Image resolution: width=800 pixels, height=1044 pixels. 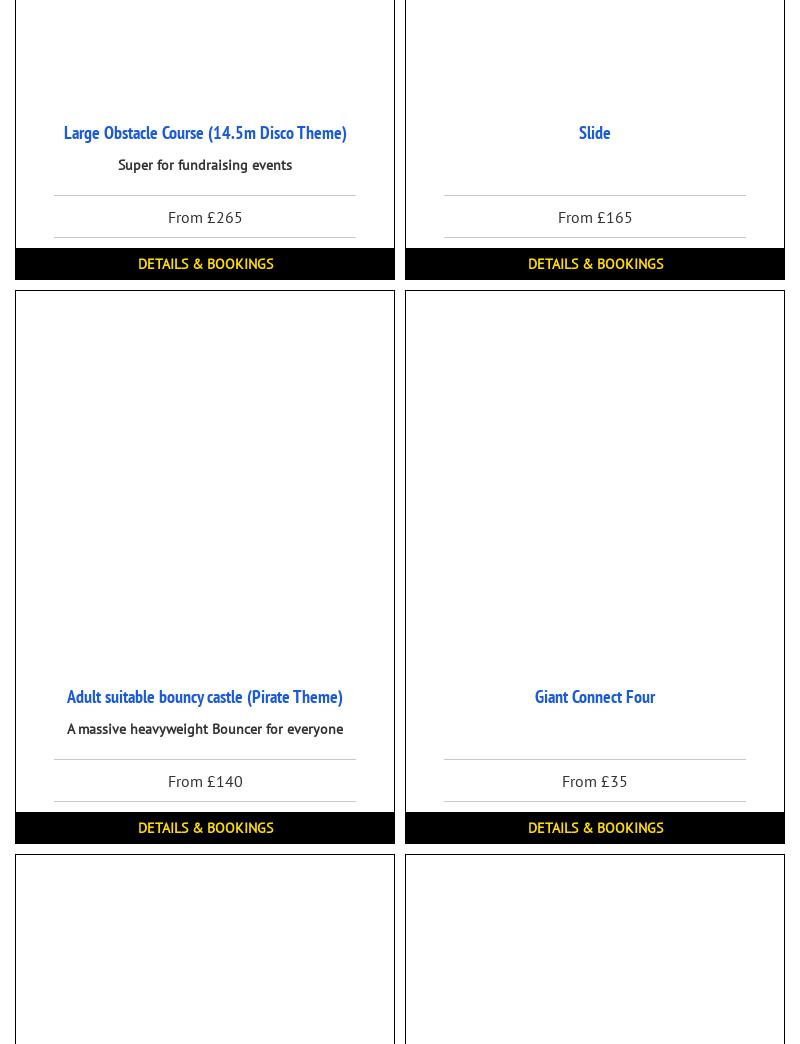 What do you see at coordinates (204, 131) in the screenshot?
I see `'Large Obstacle Course (14.5m Disco Theme)'` at bounding box center [204, 131].